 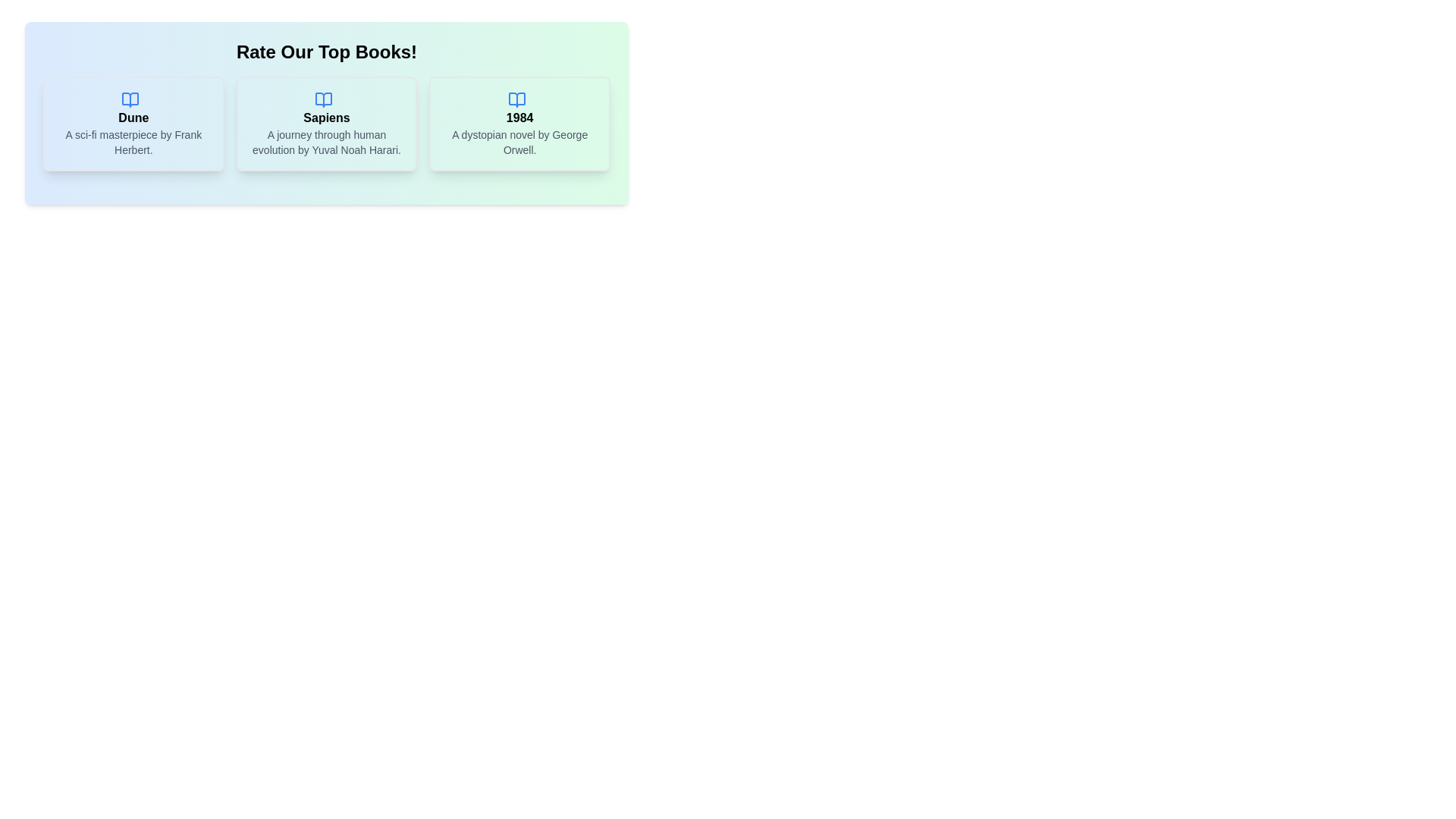 I want to click on the decorative icon related to books in the 'Dune' card element, located at the top-left entry of the horizontally arranged book cards, so click(x=130, y=99).